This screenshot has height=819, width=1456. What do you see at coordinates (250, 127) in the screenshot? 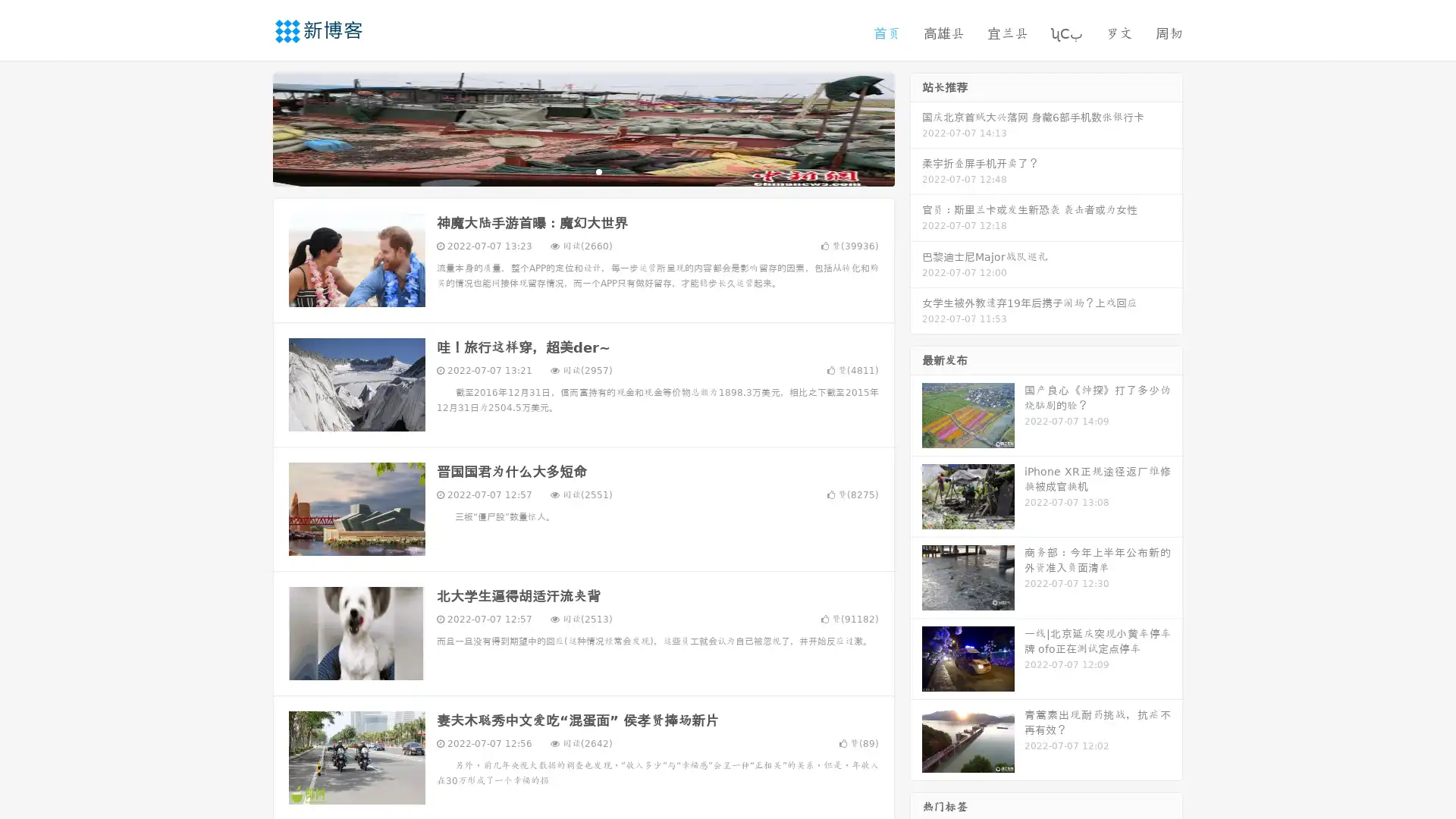
I see `Previous slide` at bounding box center [250, 127].